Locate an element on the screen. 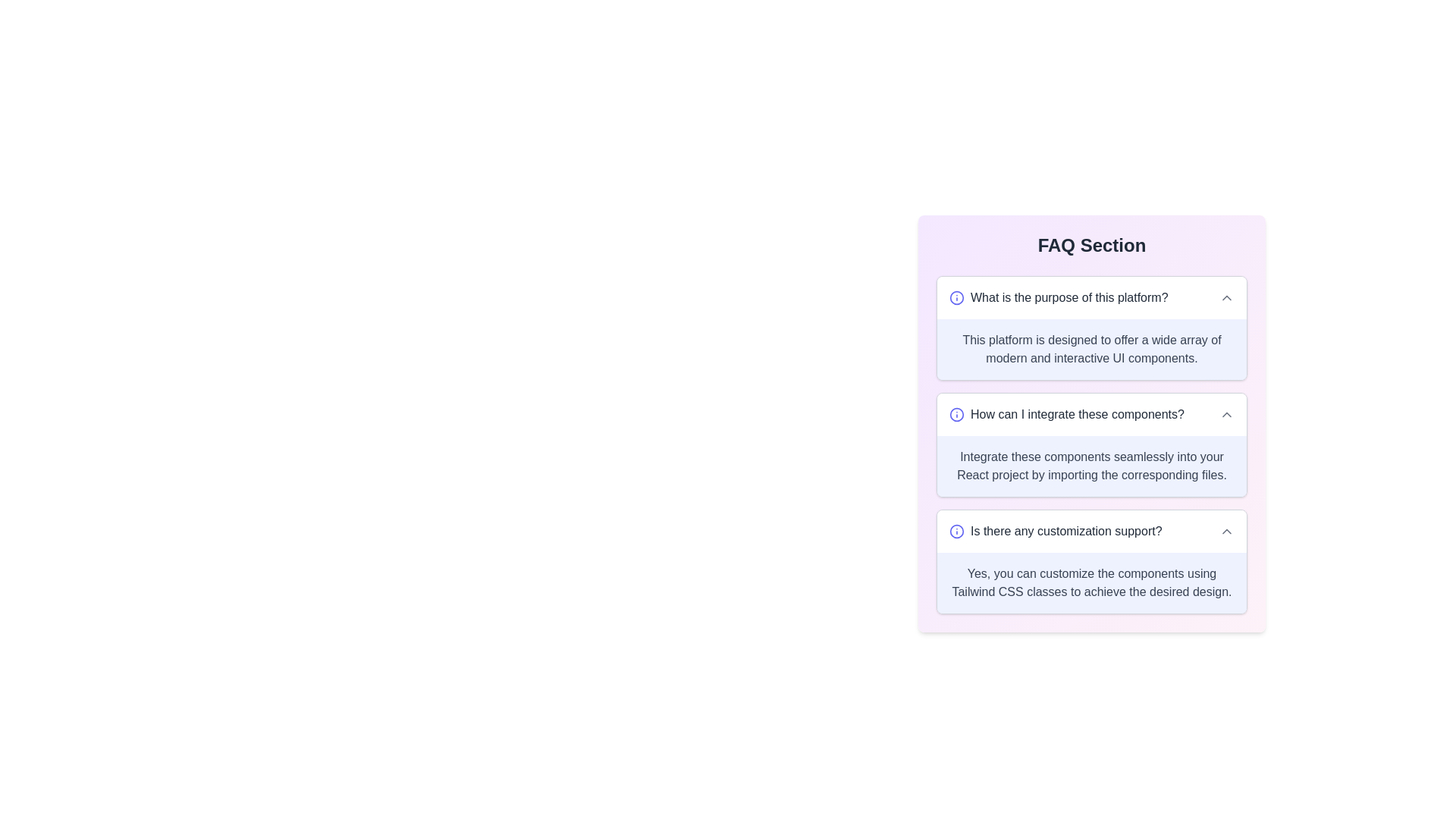  the circular component of the information icon located beside the third FAQ item, which is marked with red is located at coordinates (956, 531).